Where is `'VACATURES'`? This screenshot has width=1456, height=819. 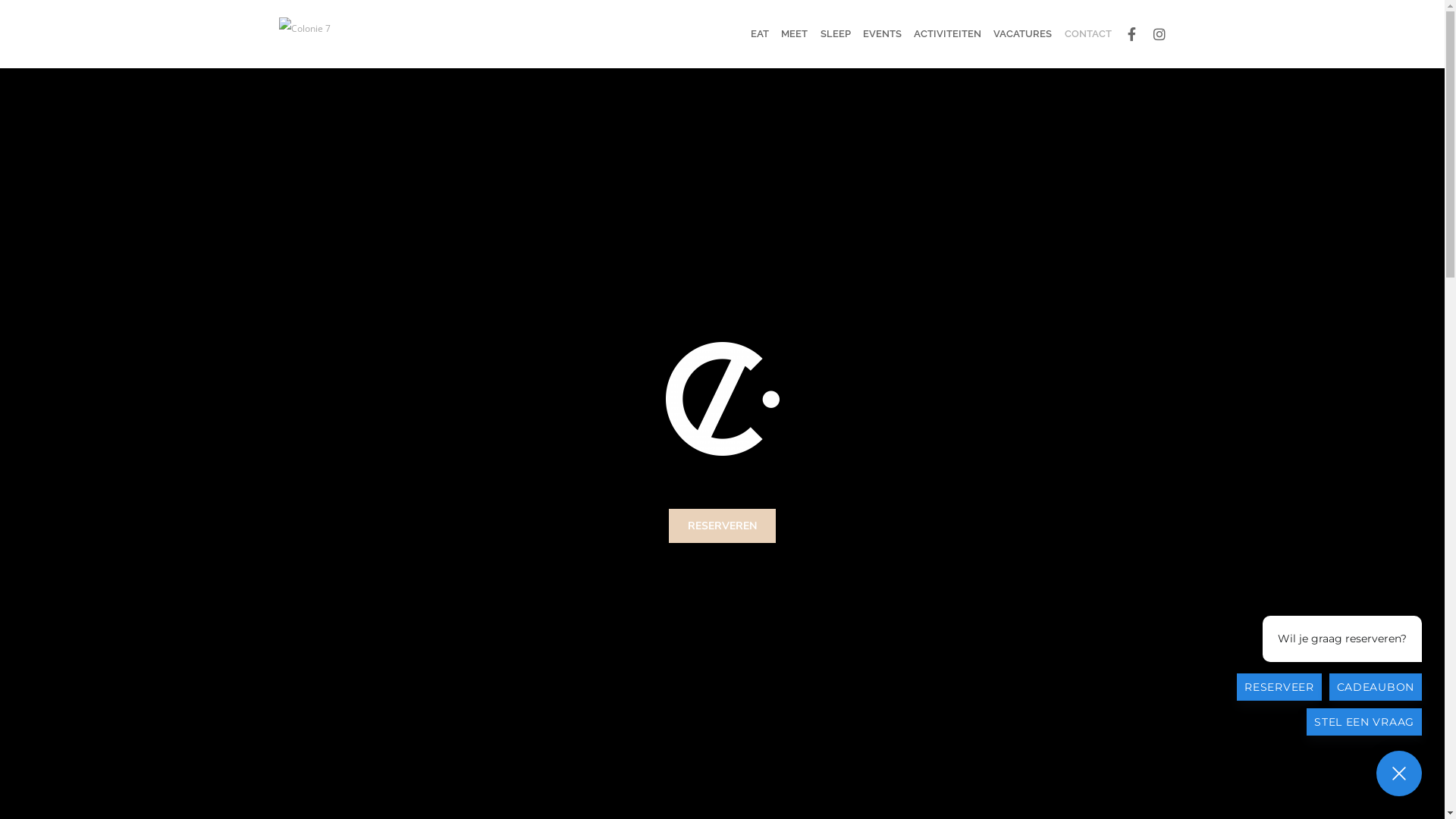 'VACATURES' is located at coordinates (1022, 34).